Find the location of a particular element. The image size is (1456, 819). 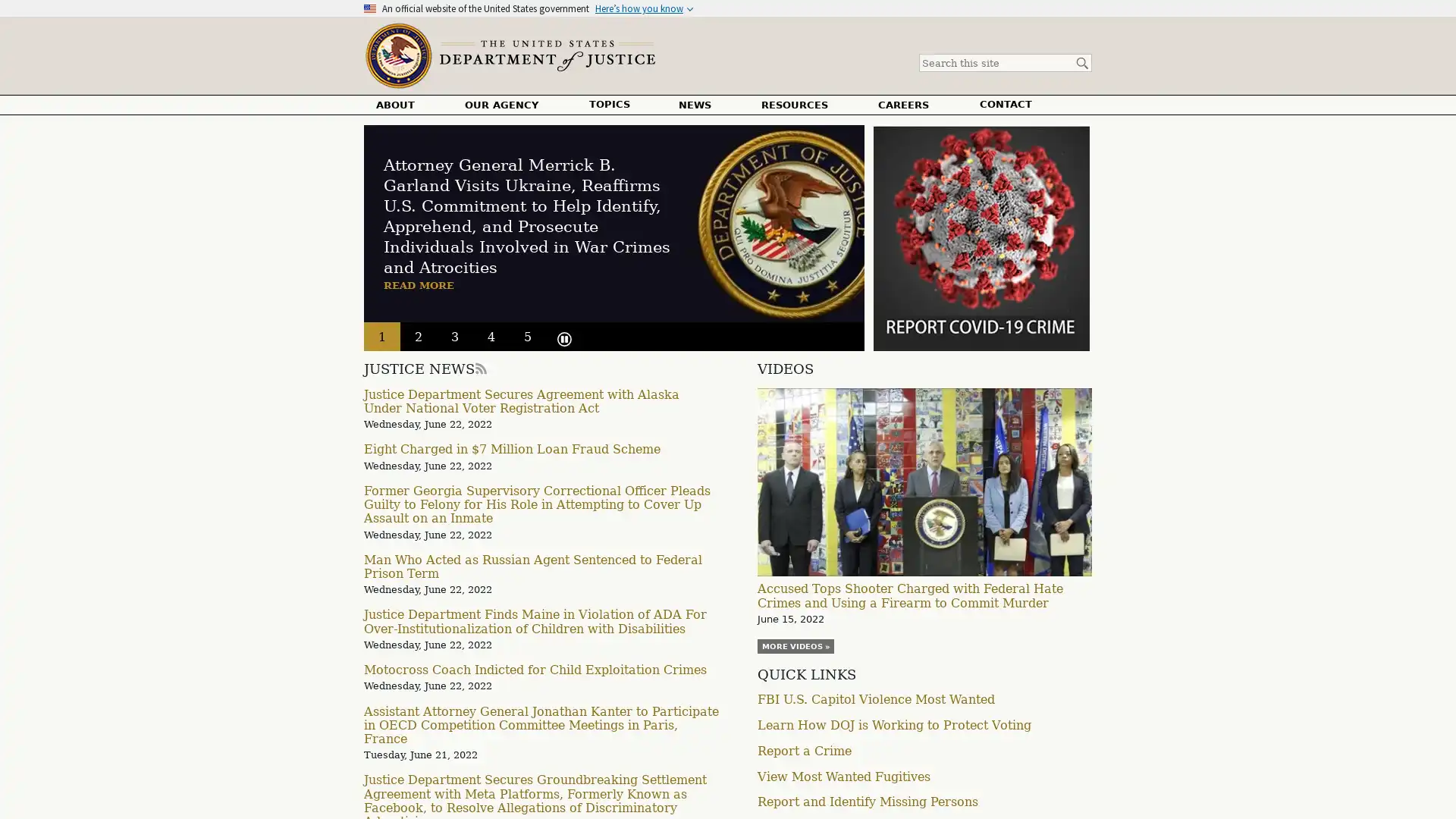

Search is located at coordinates (1081, 63).